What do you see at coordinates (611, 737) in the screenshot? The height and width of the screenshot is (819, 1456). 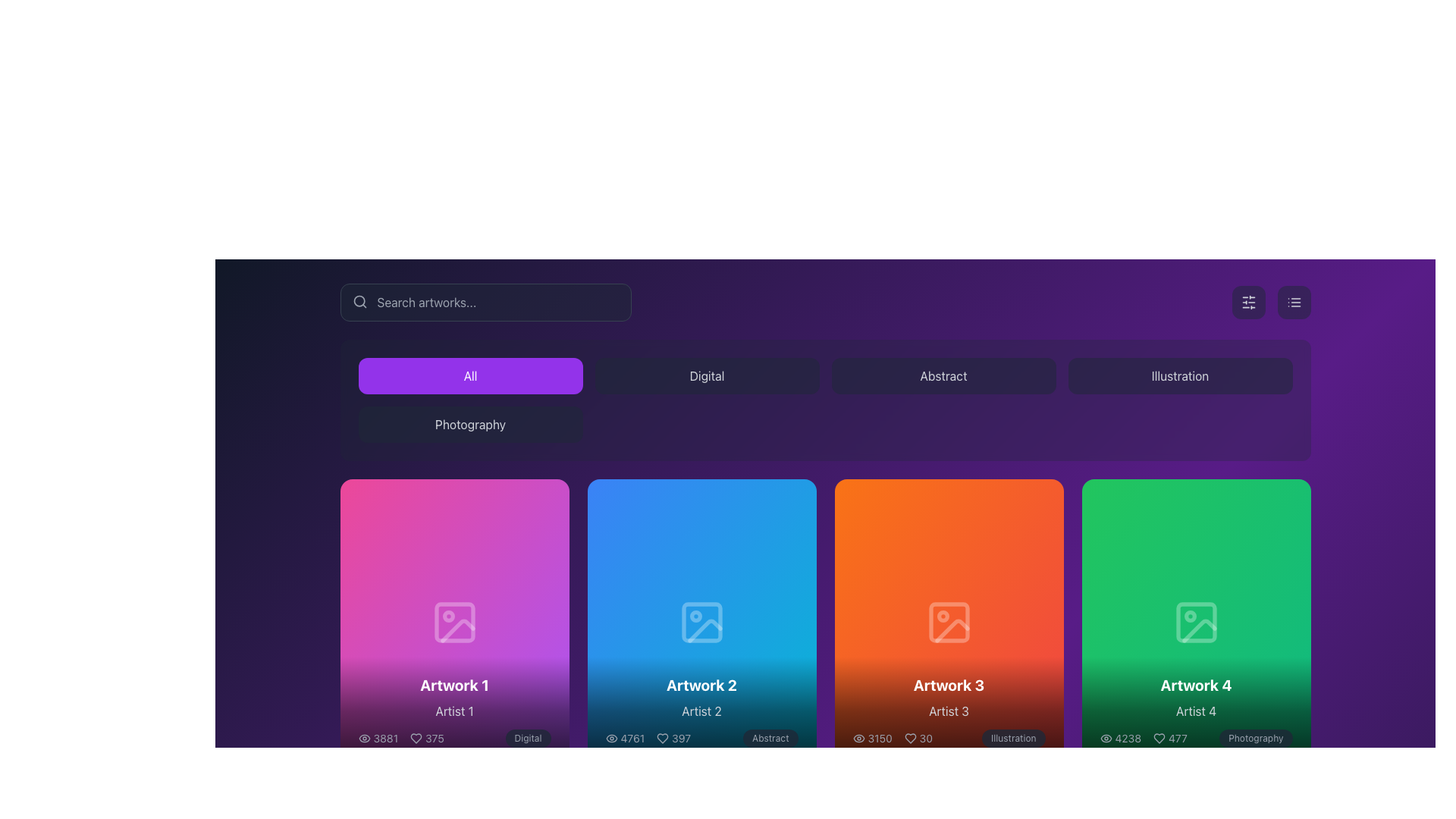 I see `the eye icon, which is part of the graphical icon set located at the bottom-center of the artwork card numbered '2'` at bounding box center [611, 737].